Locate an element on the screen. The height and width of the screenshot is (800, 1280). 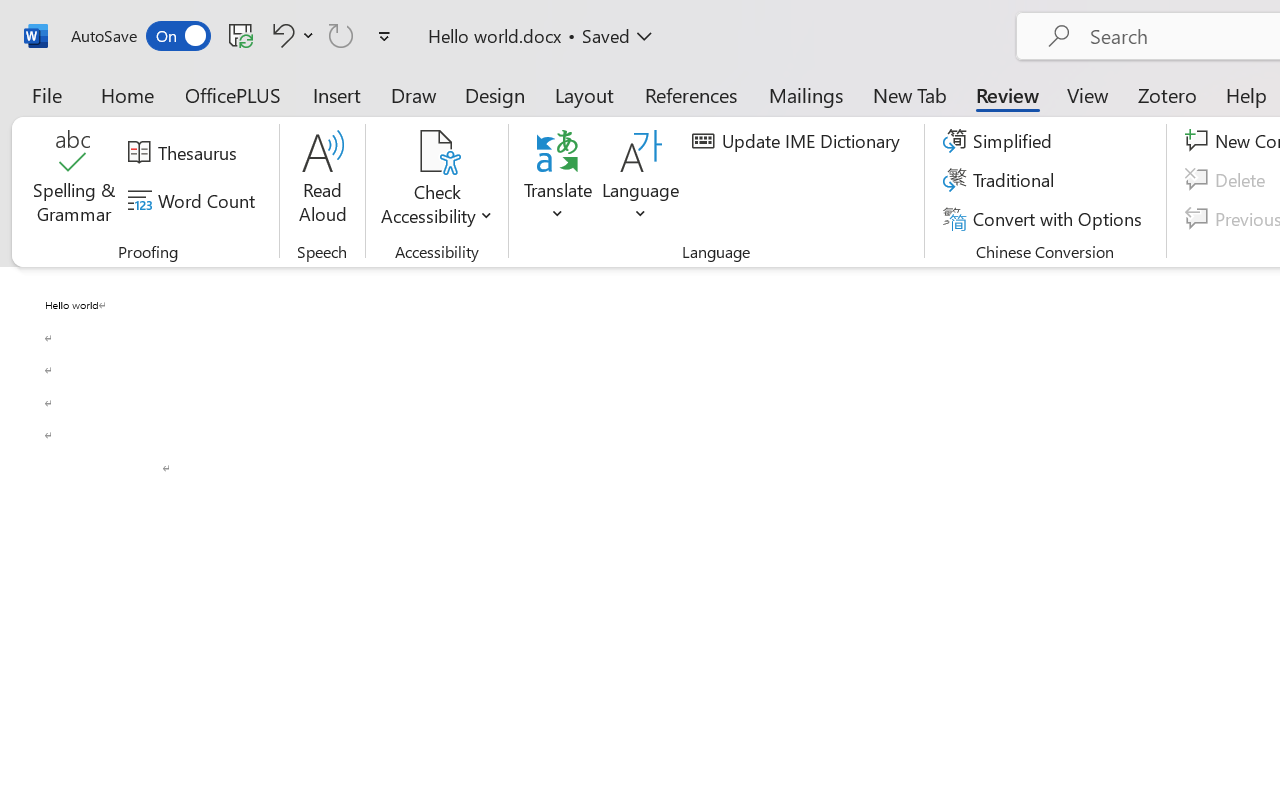
'OfficePLUS' is located at coordinates (233, 94).